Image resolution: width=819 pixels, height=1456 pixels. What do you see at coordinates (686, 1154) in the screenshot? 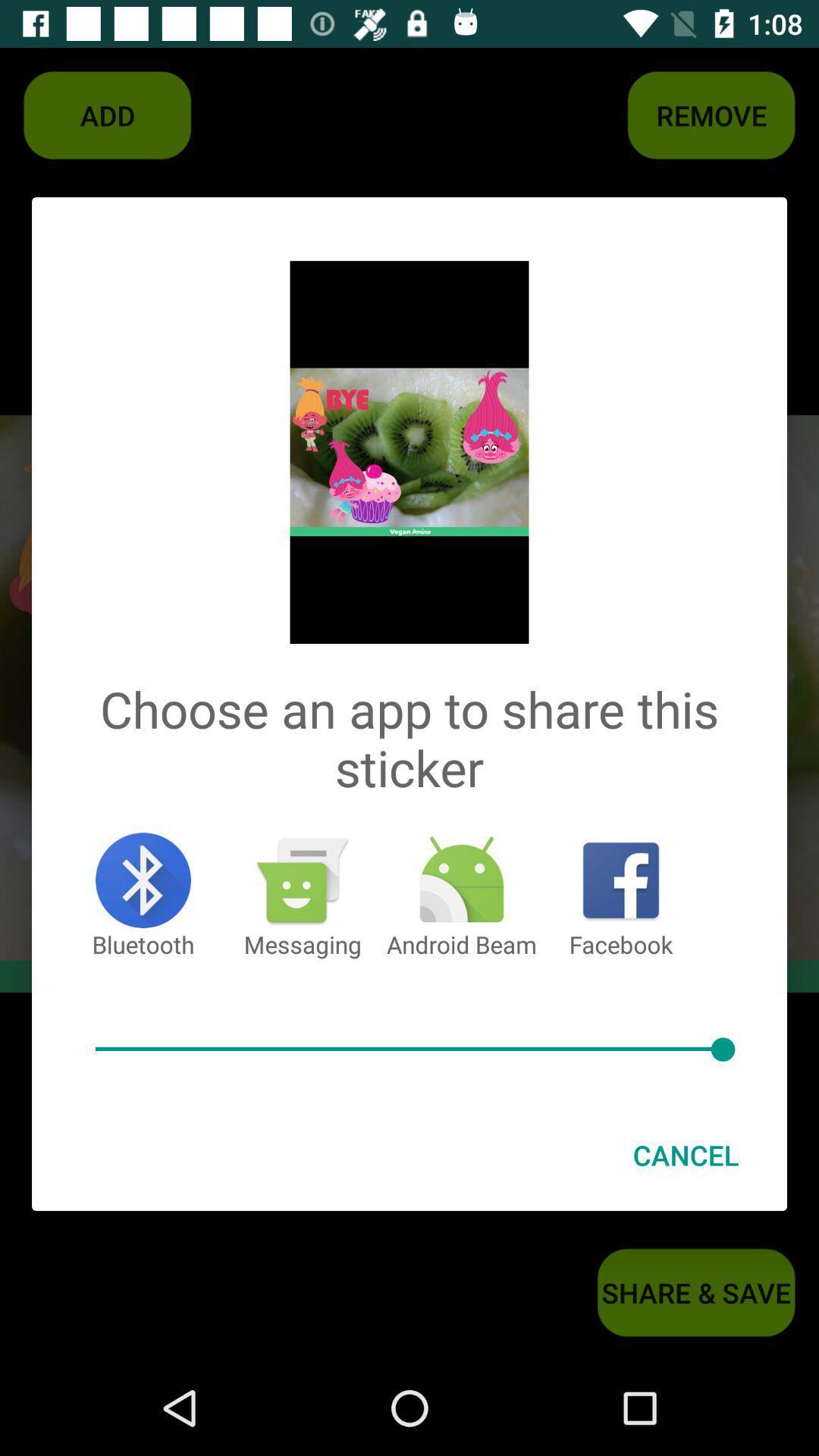
I see `cancel item` at bounding box center [686, 1154].